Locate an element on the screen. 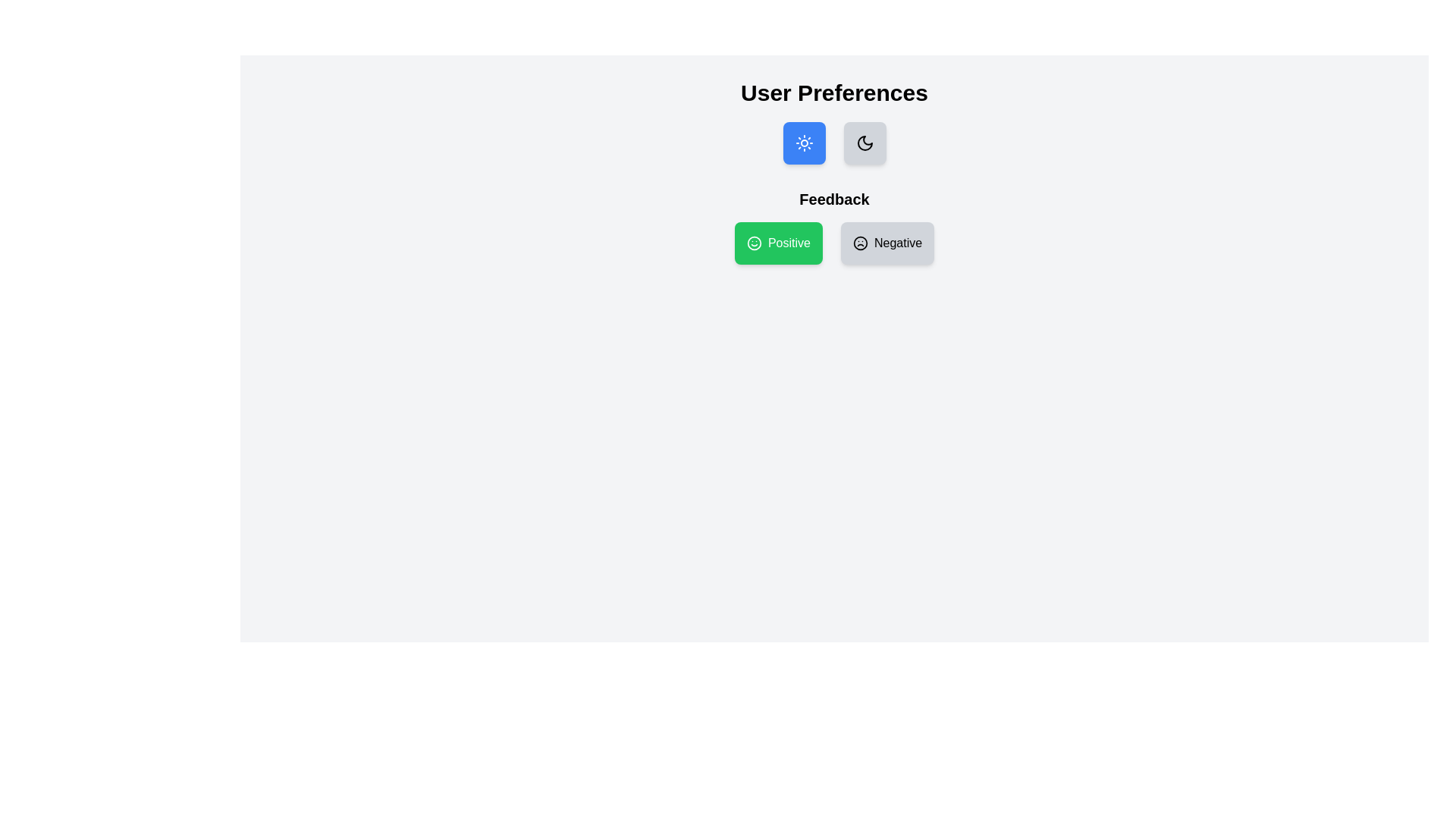  the positive feedback button located below the 'User Preferences' heading, to the left of the 'Negative' button is located at coordinates (779, 242).